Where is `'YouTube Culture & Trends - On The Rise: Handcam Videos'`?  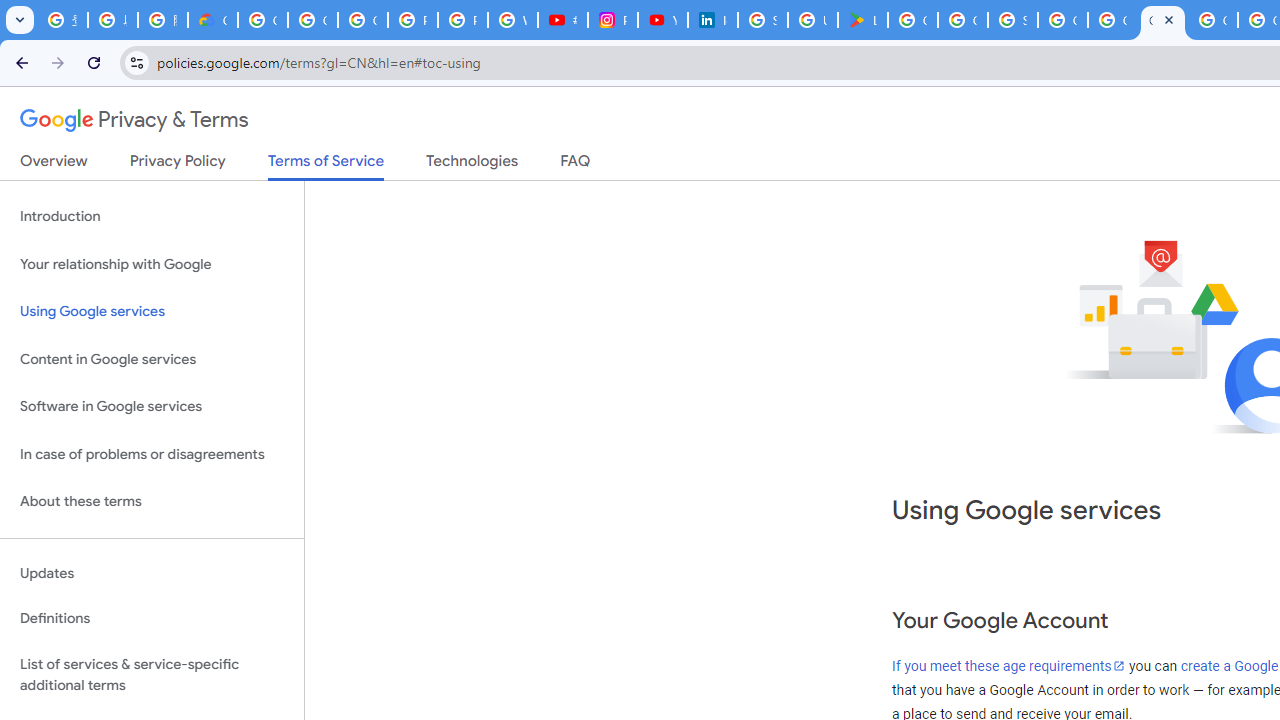 'YouTube Culture & Trends - On The Rise: Handcam Videos' is located at coordinates (663, 20).